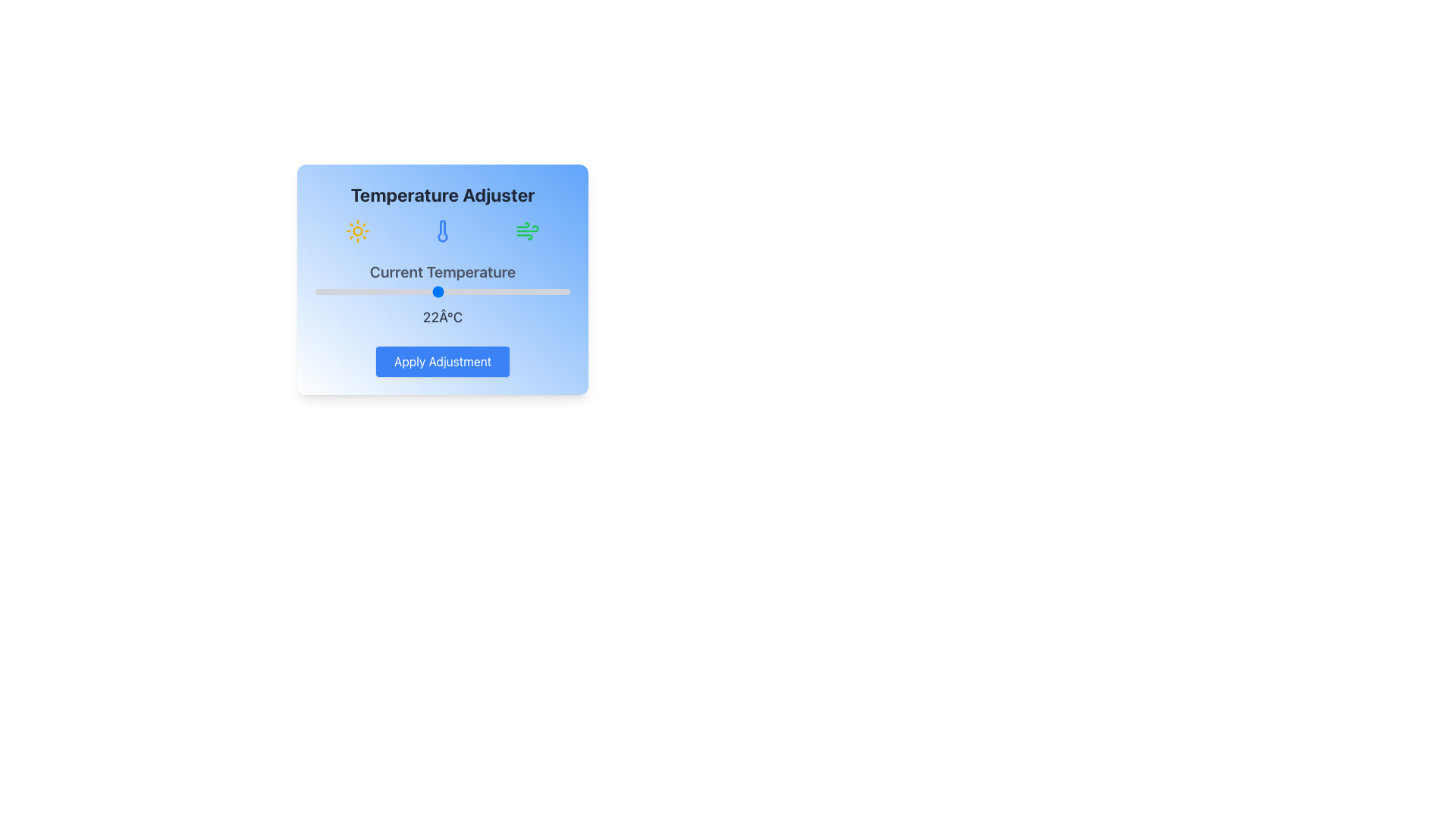  I want to click on the vertical bar of the thermometer icon in the temperature adjuster modal, which is styled with a blue base color and represents the temperature scale, so click(442, 231).